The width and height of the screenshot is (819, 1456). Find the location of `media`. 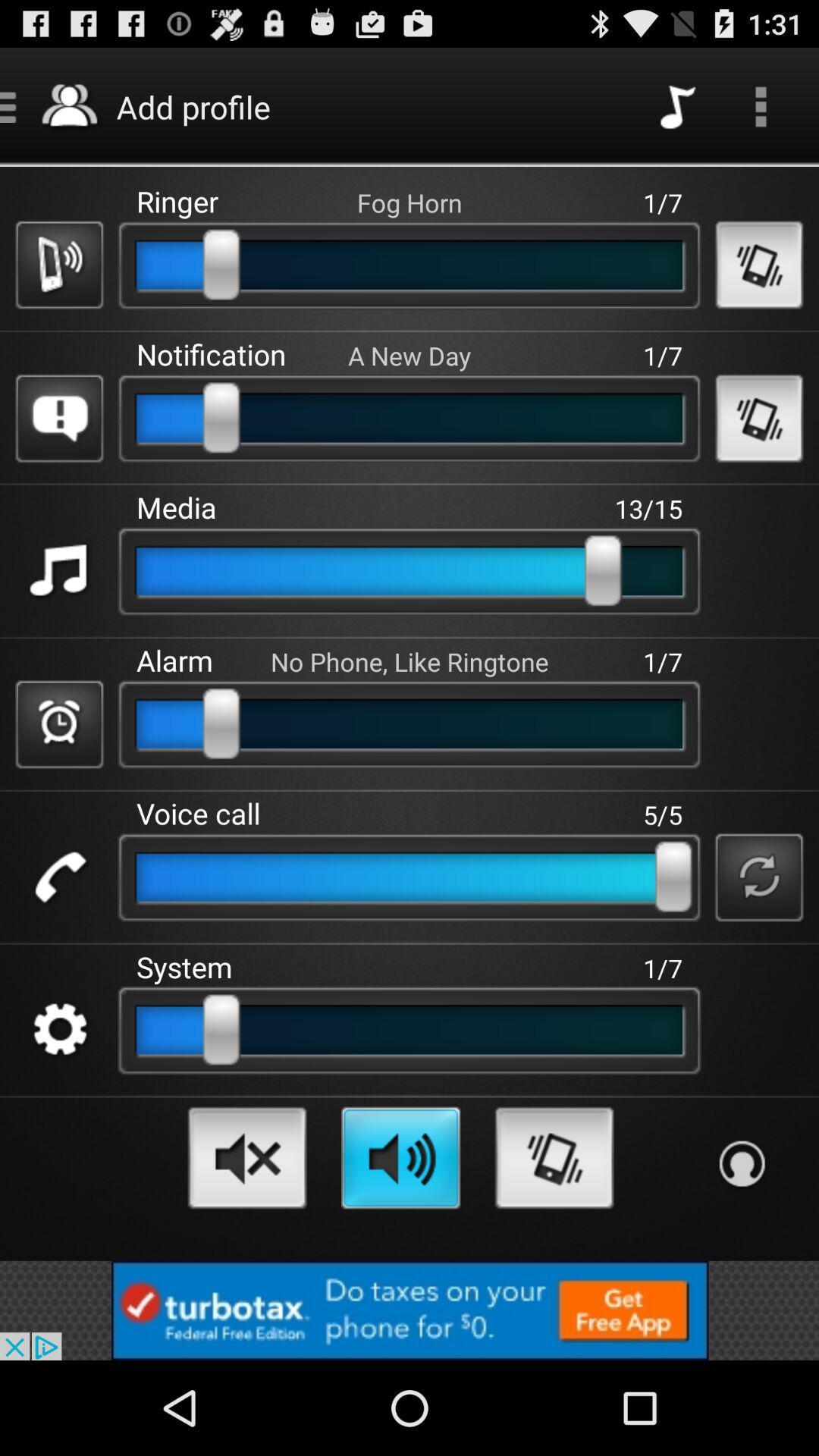

media is located at coordinates (58, 570).